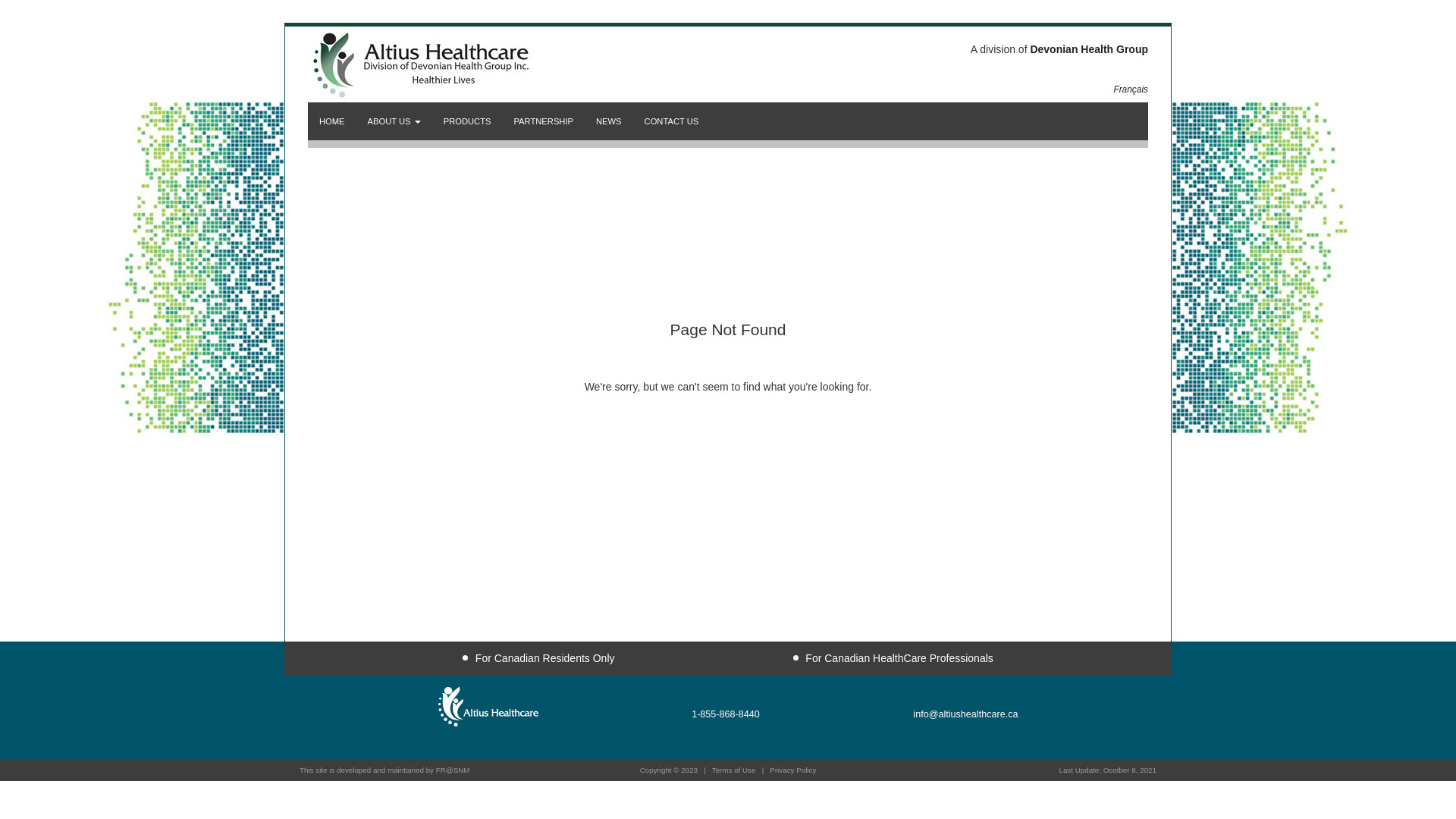 Image resolution: width=1456 pixels, height=819 pixels. What do you see at coordinates (734, 770) in the screenshot?
I see `'Terms of Use'` at bounding box center [734, 770].